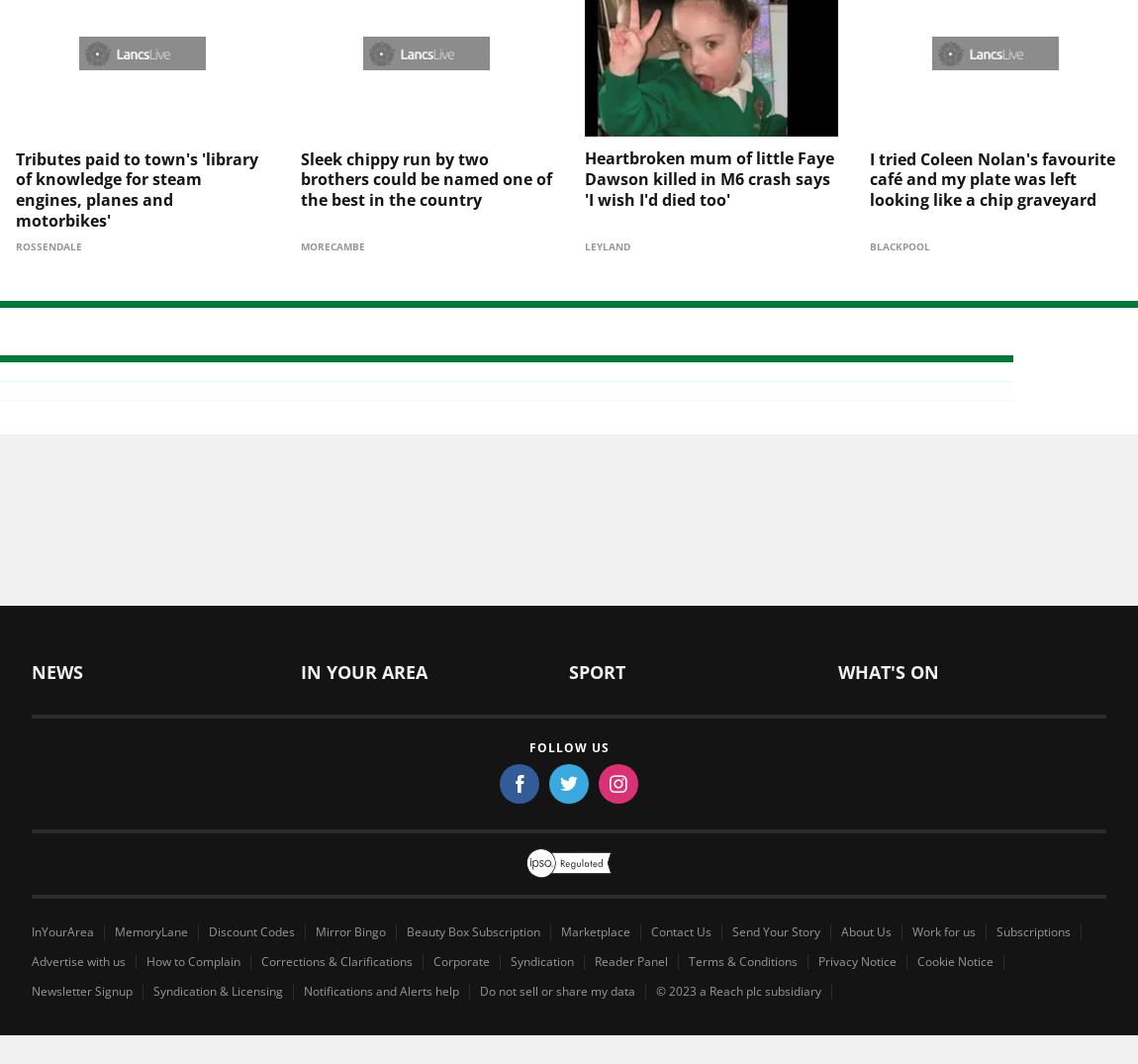 The width and height of the screenshot is (1138, 1064). I want to click on 'Marketplace', so click(595, 897).